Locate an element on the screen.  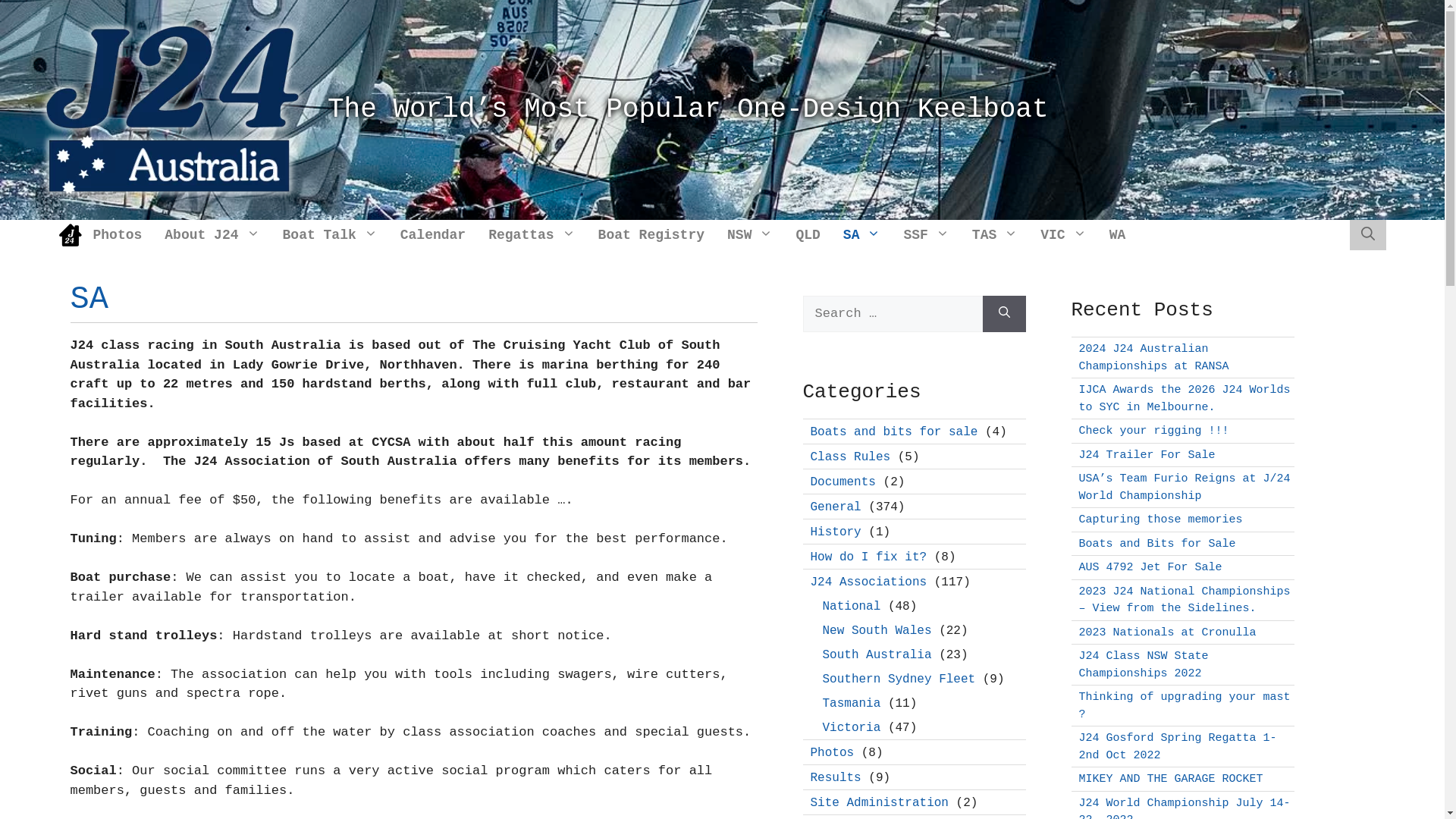
'Photos' is located at coordinates (81, 234).